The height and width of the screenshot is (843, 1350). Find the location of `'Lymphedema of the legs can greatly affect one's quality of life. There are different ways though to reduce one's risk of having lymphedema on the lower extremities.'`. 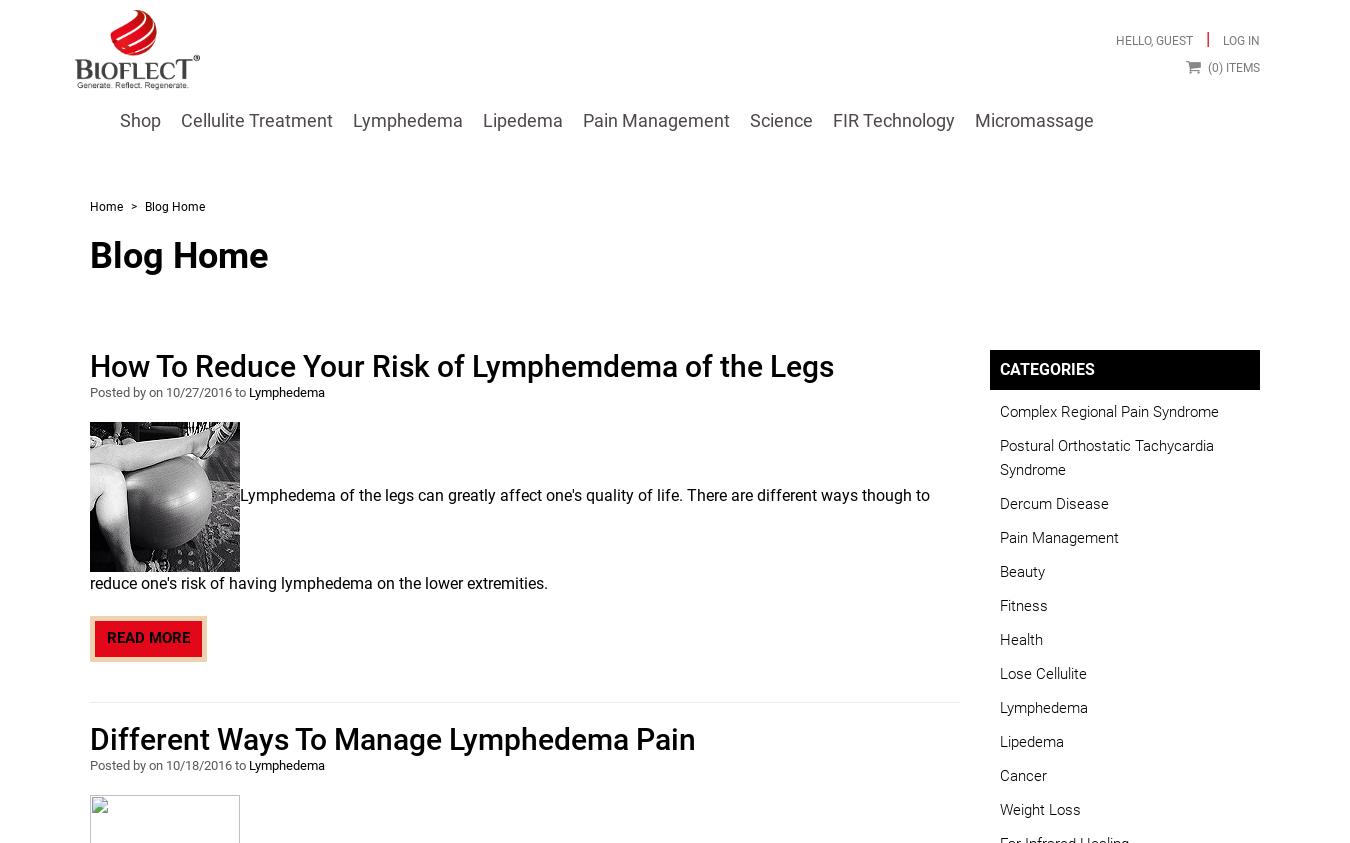

'Lymphedema of the legs can greatly affect one's quality of life. There are different ways though to reduce one's risk of having lymphedema on the lower extremities.' is located at coordinates (509, 539).